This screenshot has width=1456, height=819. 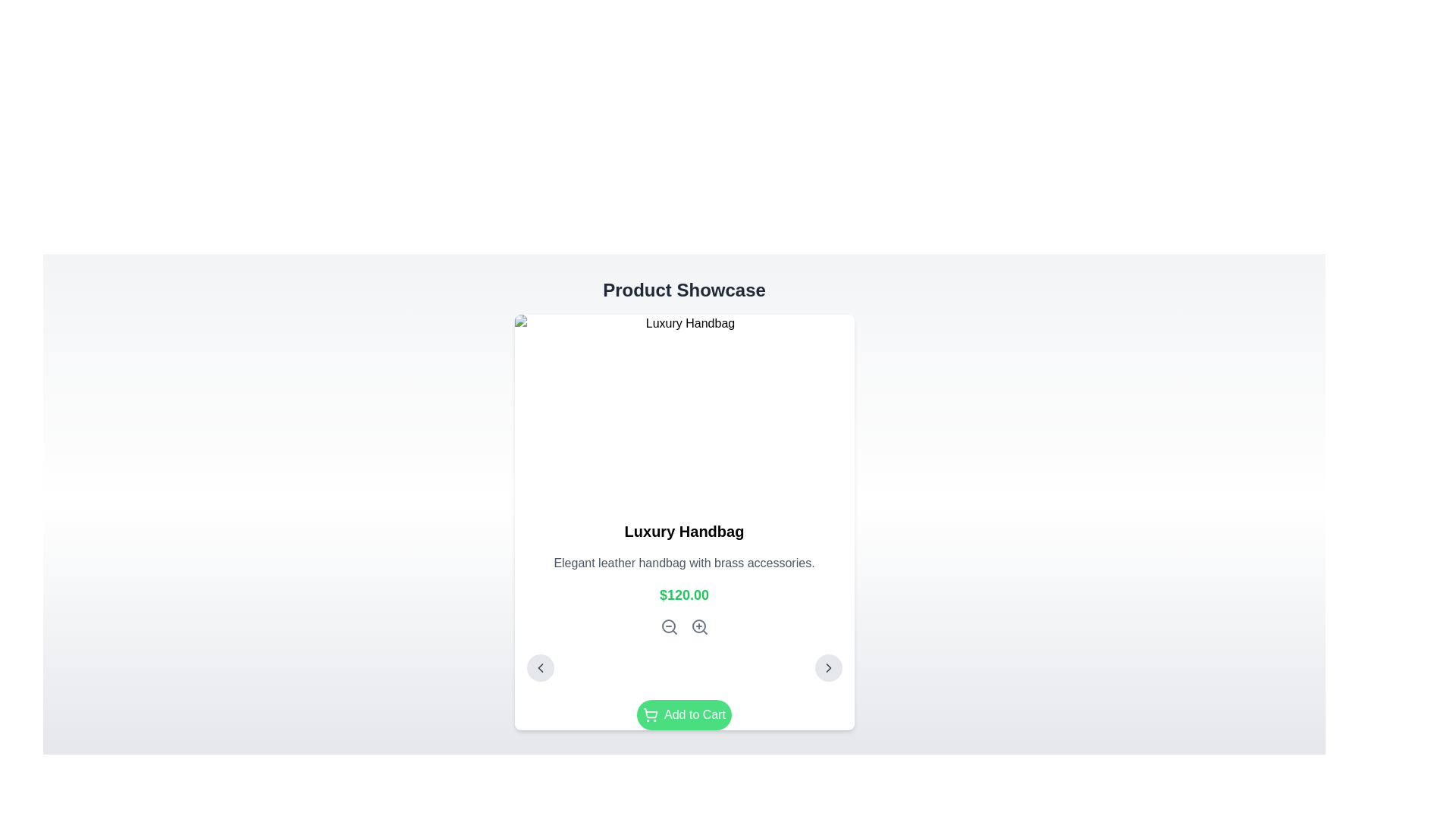 I want to click on the 'Add to Cart' icon, which is the leftmost component of the 'Add to Cart' button located at the bottom center of the interface, so click(x=651, y=714).